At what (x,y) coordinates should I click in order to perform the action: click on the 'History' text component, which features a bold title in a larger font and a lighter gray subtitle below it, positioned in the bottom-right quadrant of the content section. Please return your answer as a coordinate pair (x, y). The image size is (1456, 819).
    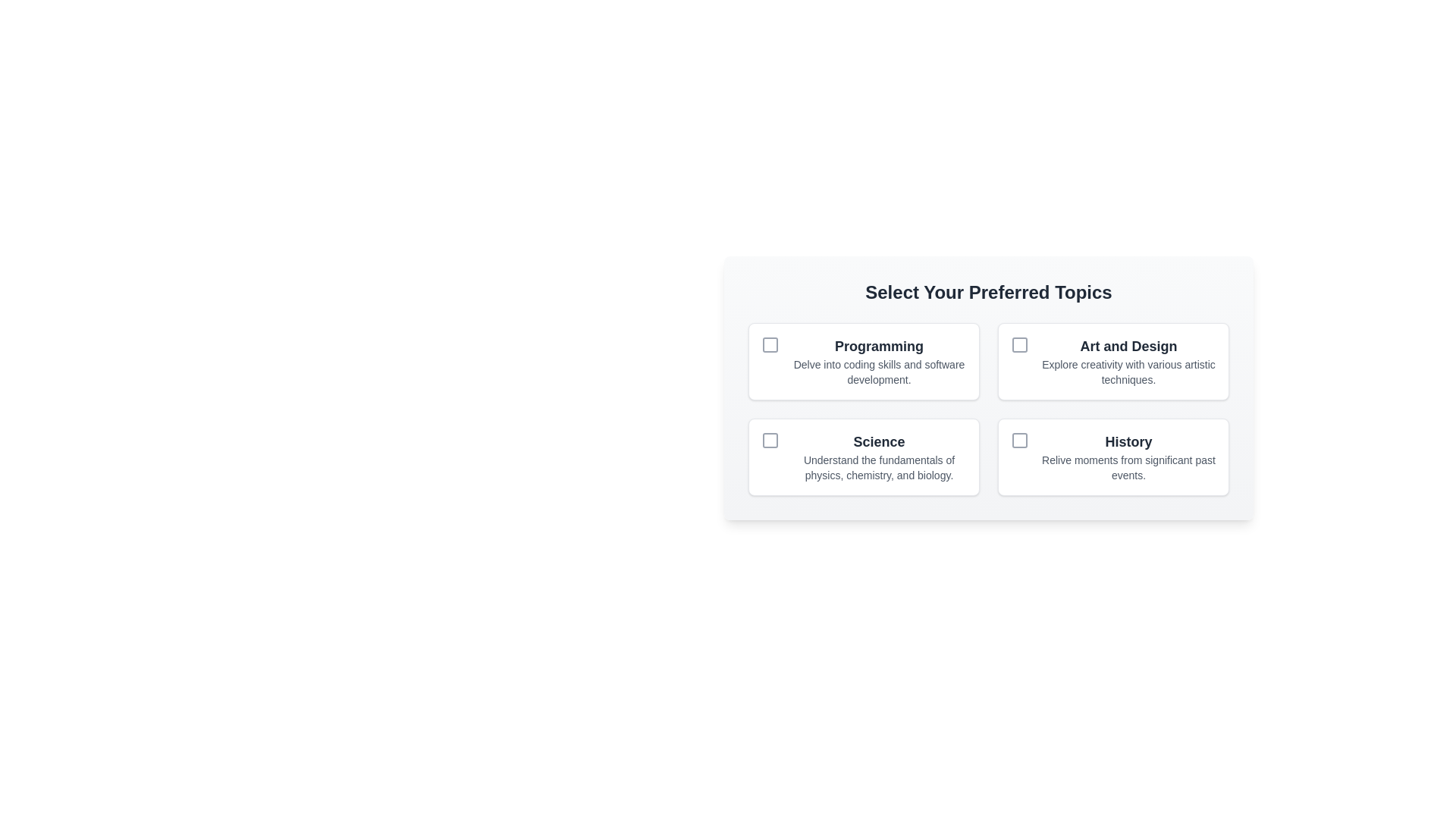
    Looking at the image, I should click on (1128, 456).